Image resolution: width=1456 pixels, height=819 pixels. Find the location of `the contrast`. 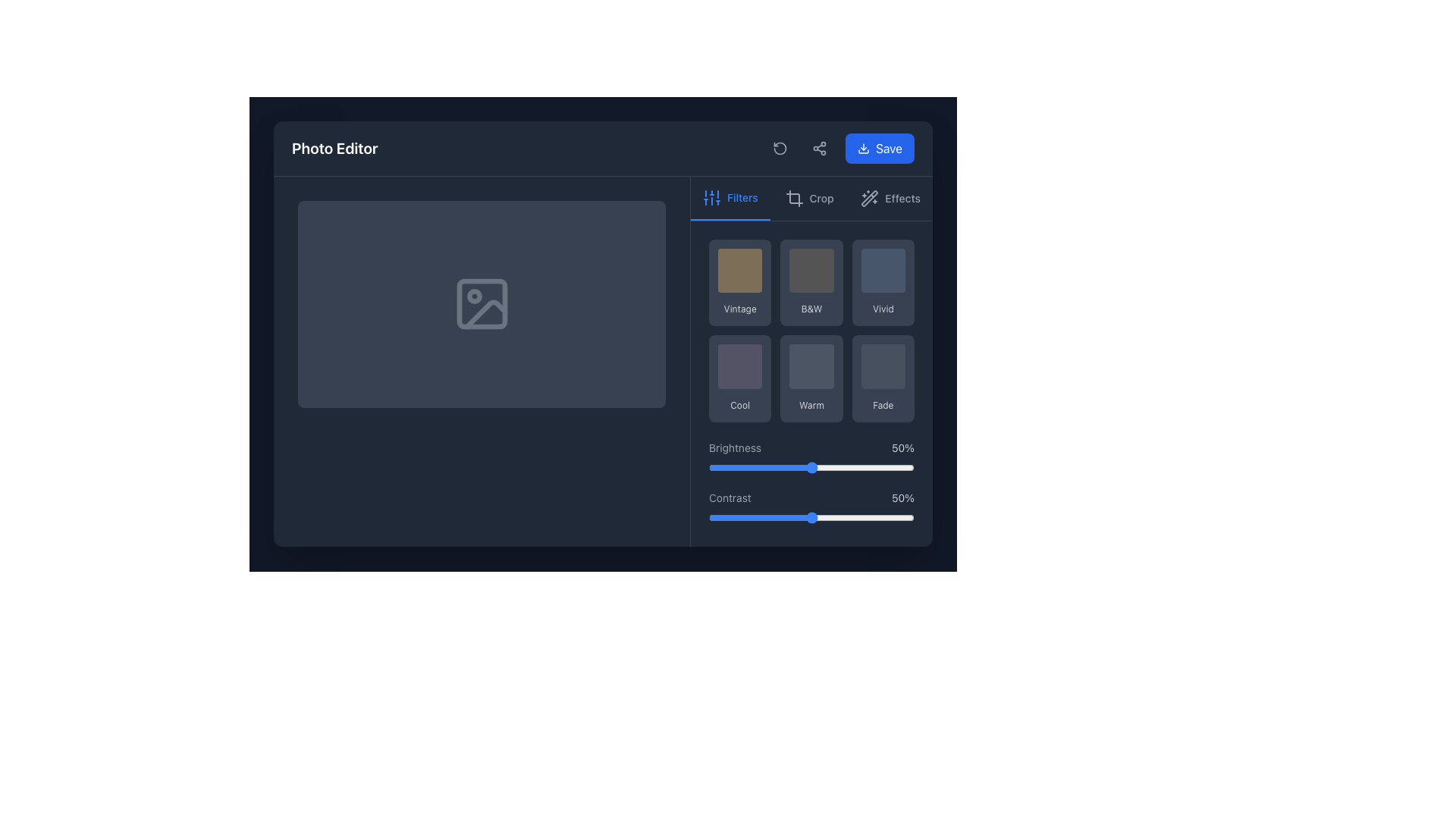

the contrast is located at coordinates (742, 516).